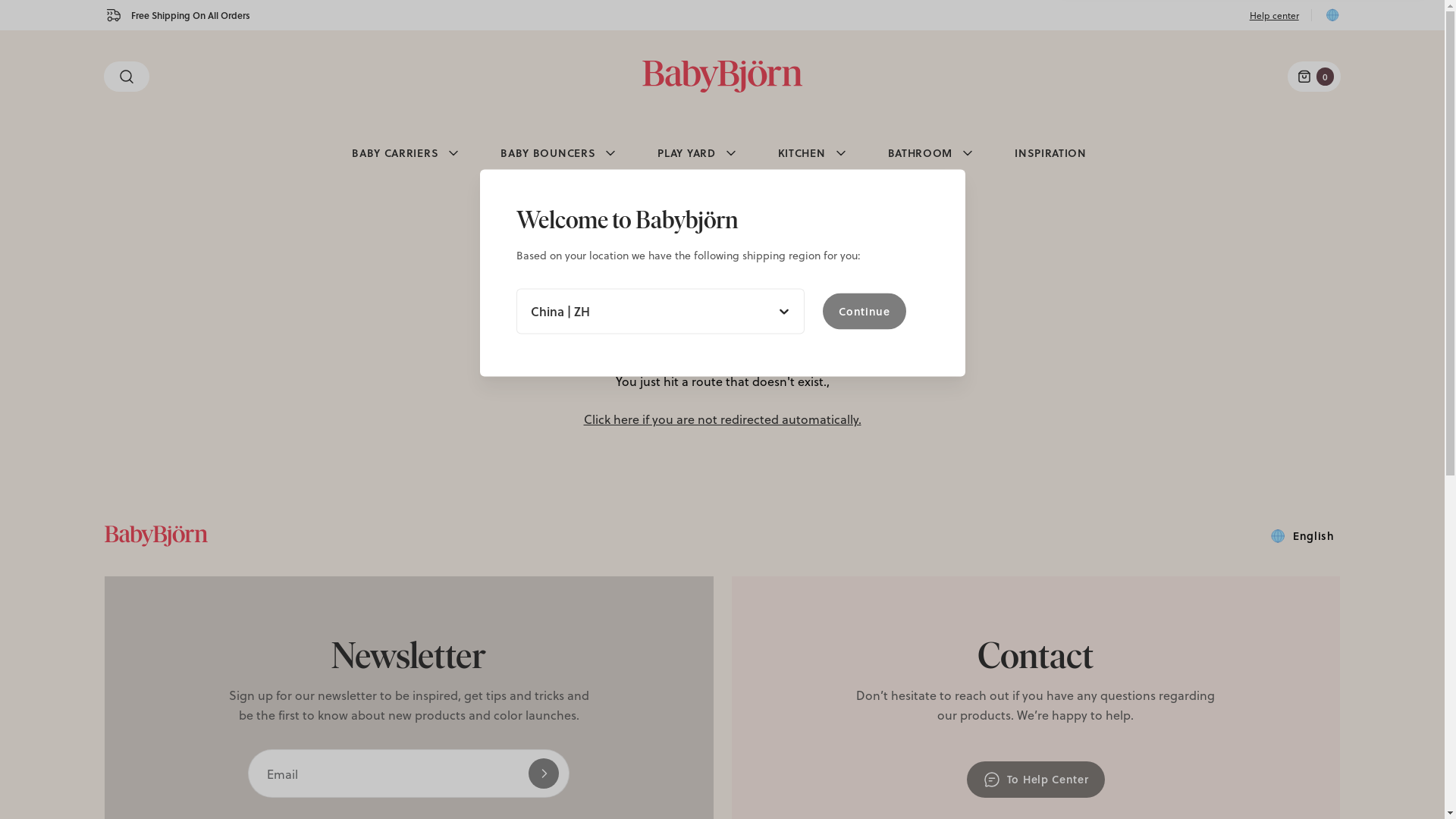  I want to click on 'INSPIRATION', so click(1050, 152).